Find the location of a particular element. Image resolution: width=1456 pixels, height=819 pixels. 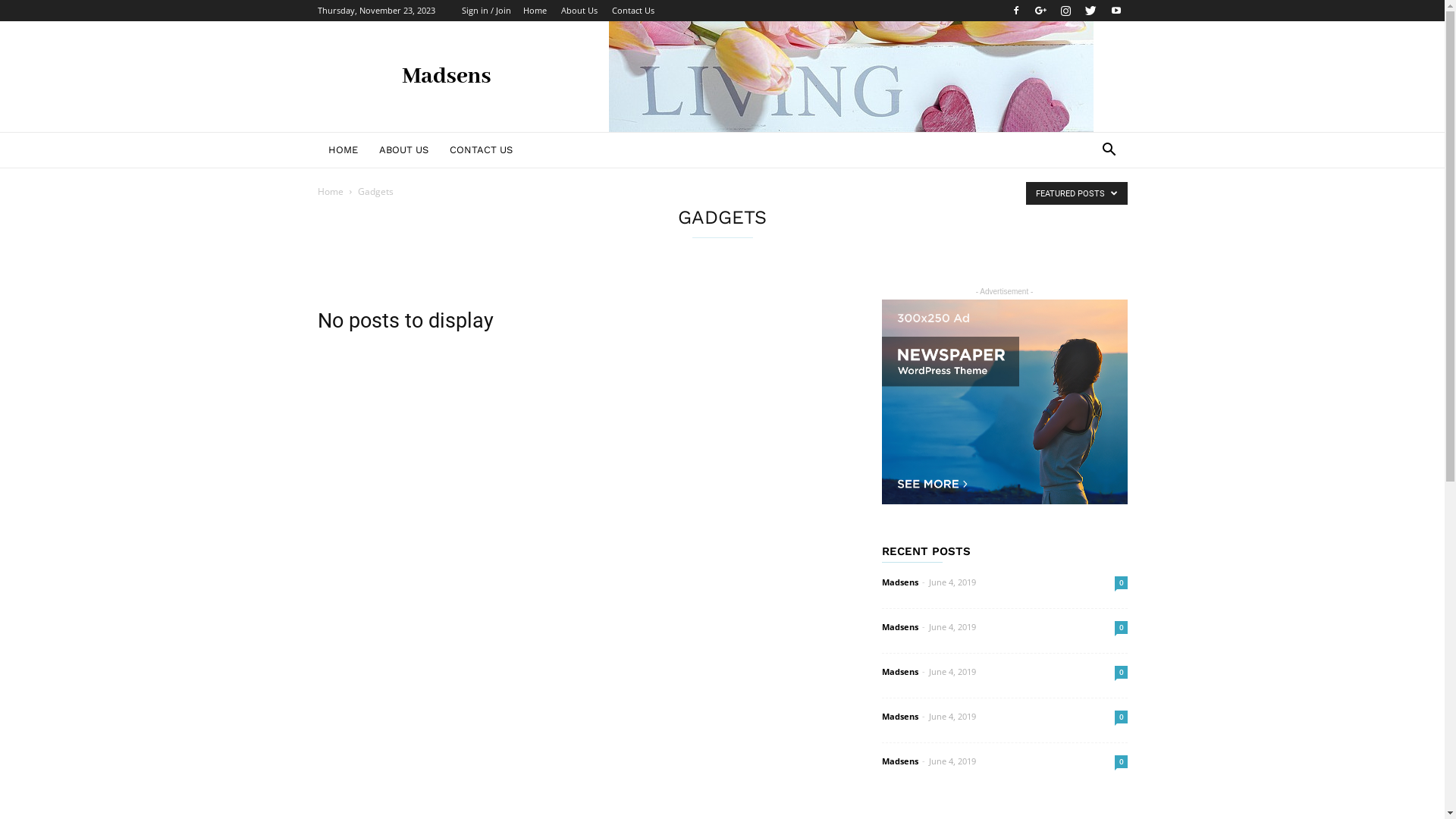

'Search' is located at coordinates (1058, 210).